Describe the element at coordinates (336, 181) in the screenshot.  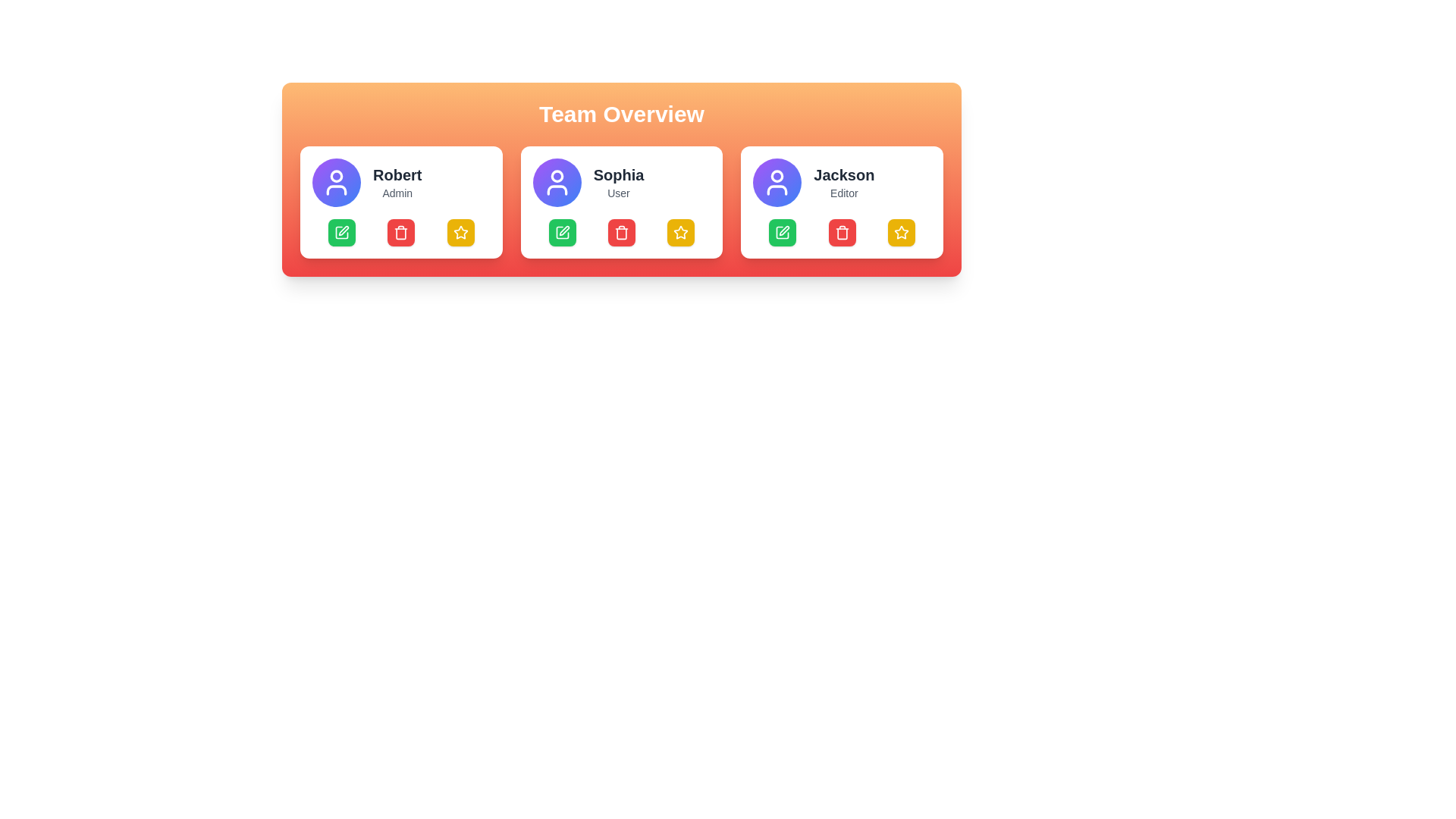
I see `the profile picture of user 'Robert' in the 'Team Overview' section` at that location.